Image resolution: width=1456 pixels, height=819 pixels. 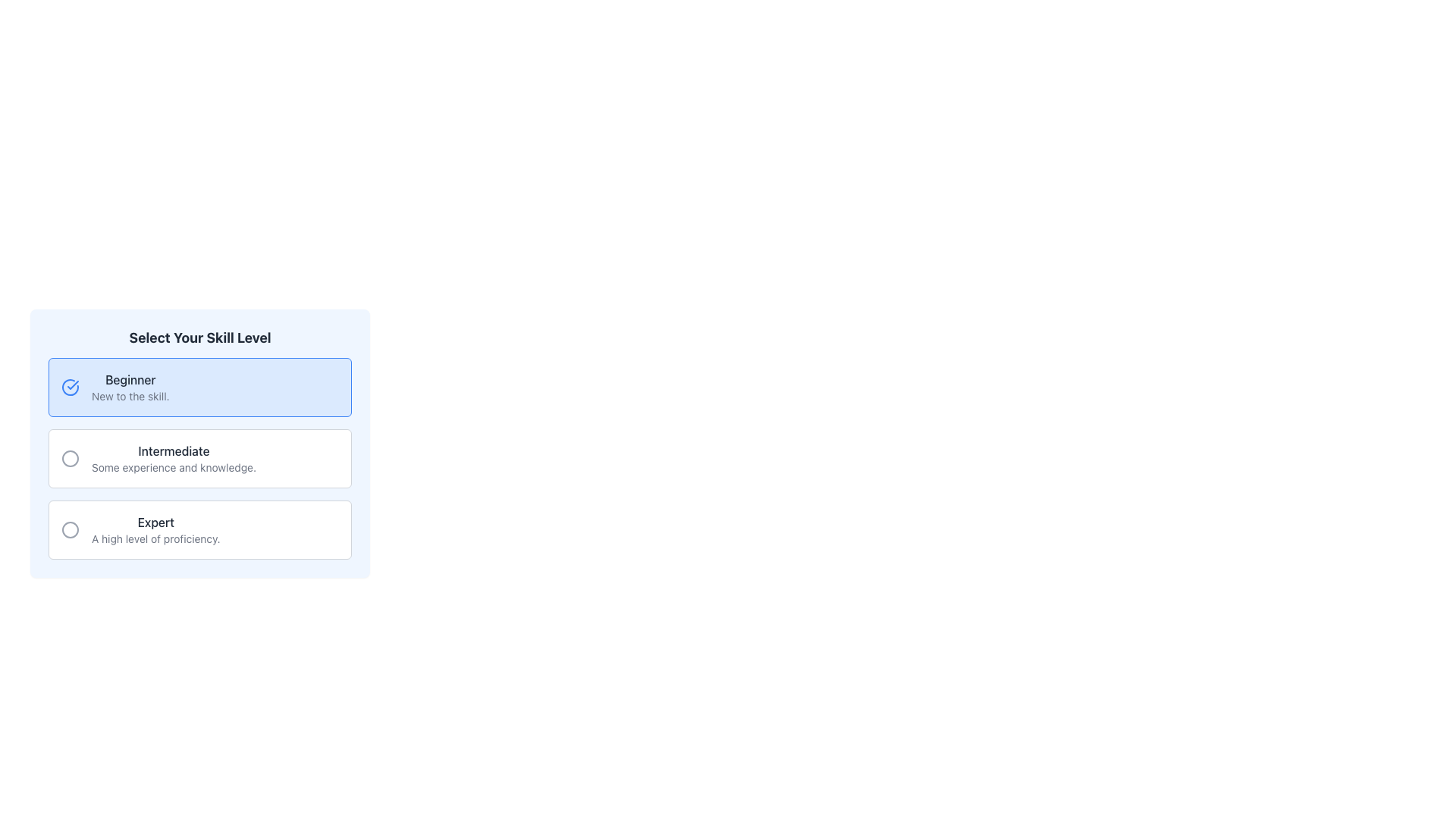 What do you see at coordinates (130, 396) in the screenshot?
I see `the supplementary description text label located below the 'Beginner' option in the skill level selection component` at bounding box center [130, 396].